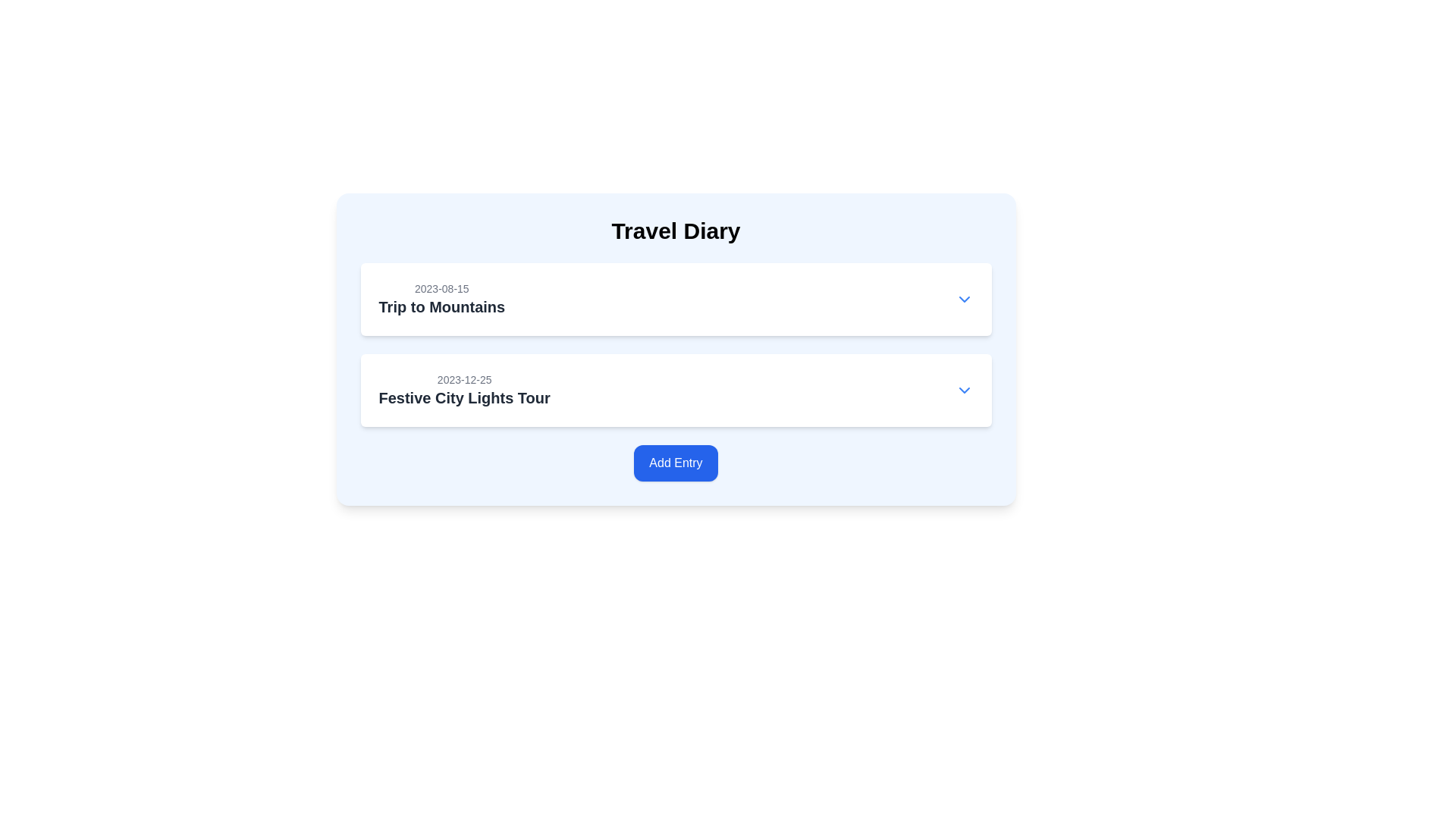 This screenshot has height=819, width=1456. I want to click on the 'Add Entry' button, which is styled with a blue background and white text, to trigger its color change effect, so click(675, 462).